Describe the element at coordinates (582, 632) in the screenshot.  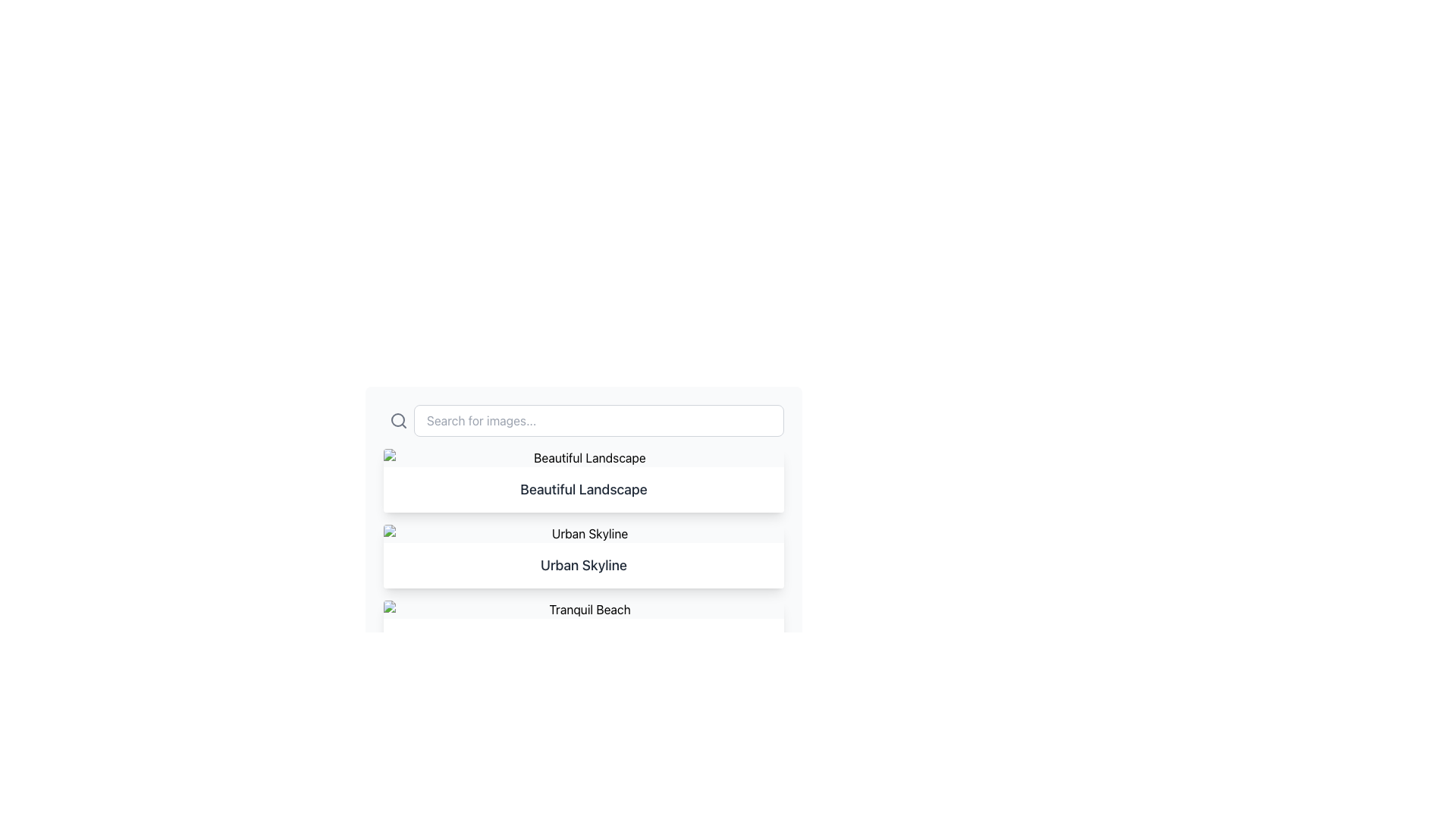
I see `the third card in the vertical grid layout` at that location.